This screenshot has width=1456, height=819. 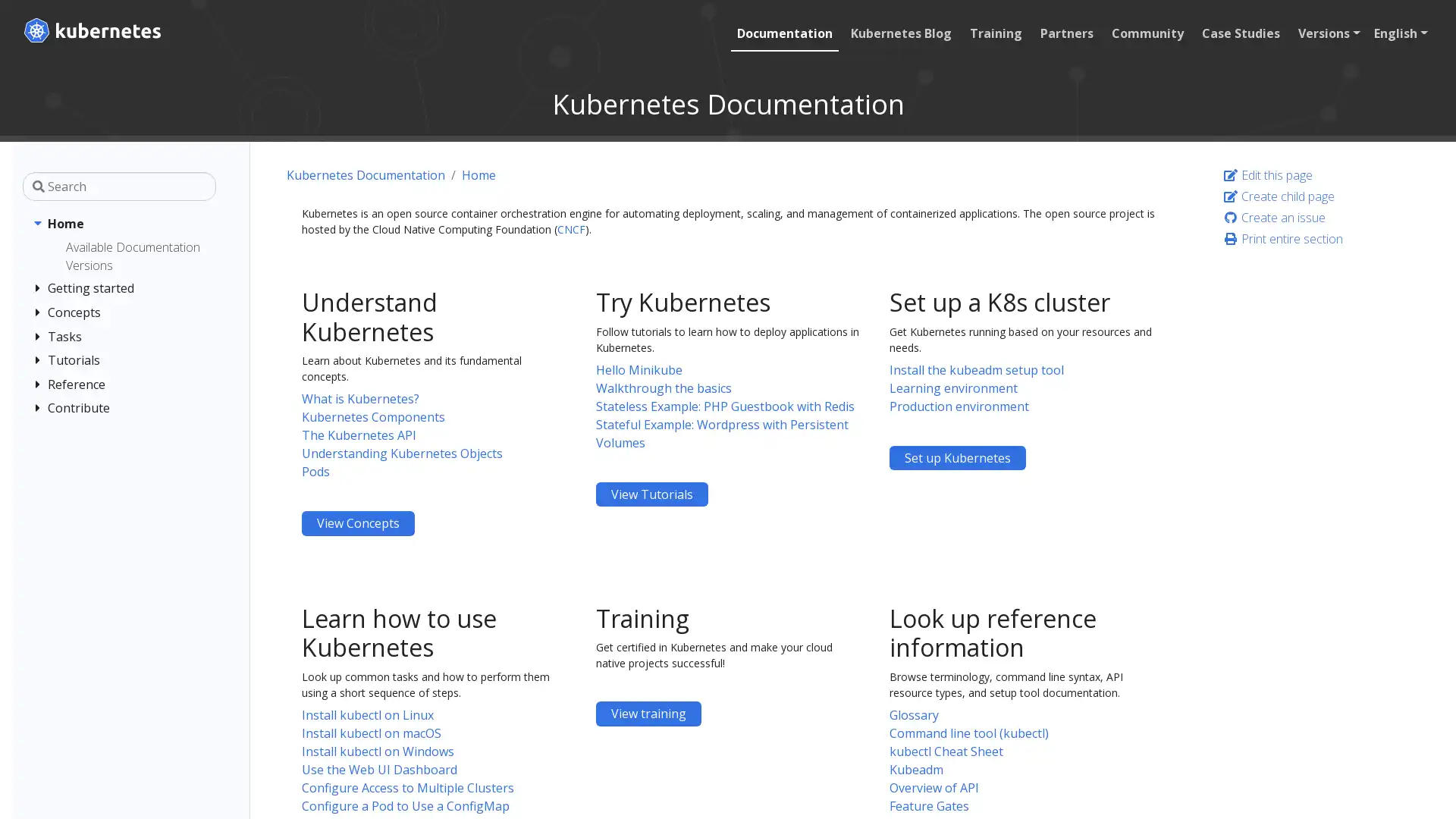 What do you see at coordinates (356, 522) in the screenshot?
I see `Understand Kubernetes` at bounding box center [356, 522].